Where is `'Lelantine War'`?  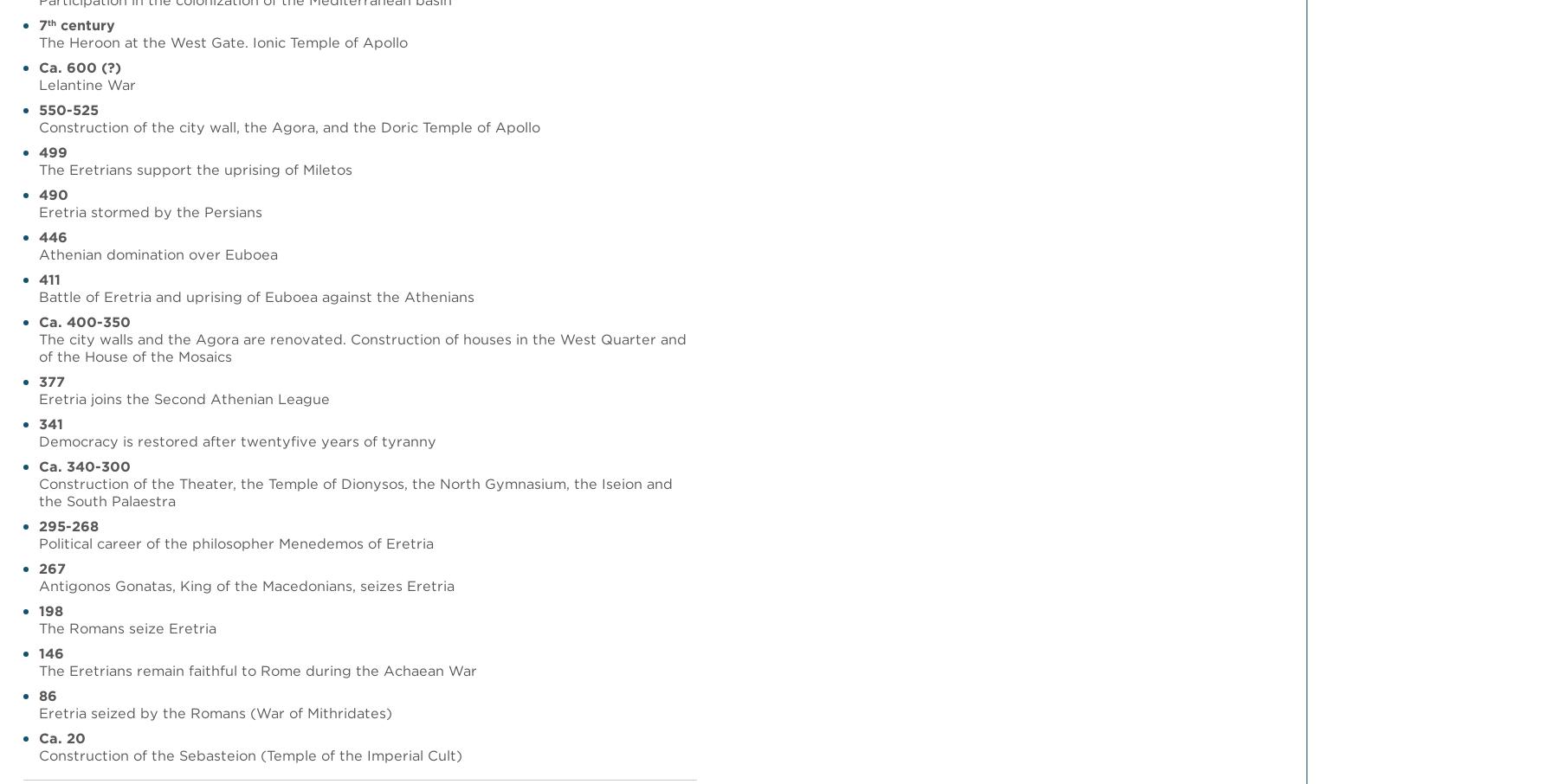
'Lelantine War' is located at coordinates (86, 84).